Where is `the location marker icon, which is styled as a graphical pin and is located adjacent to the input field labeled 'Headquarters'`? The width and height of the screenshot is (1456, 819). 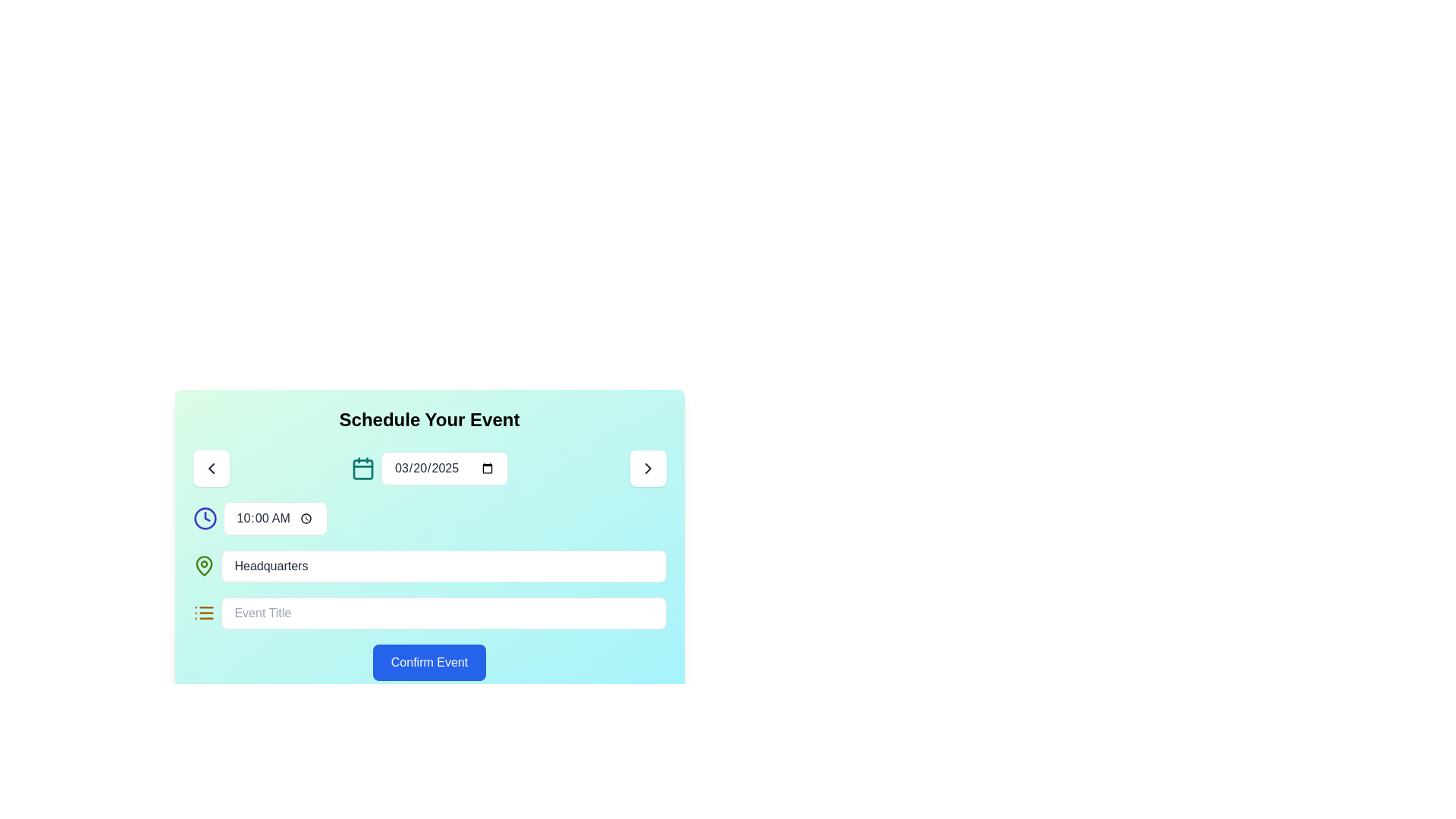
the location marker icon, which is styled as a graphical pin and is located adjacent to the input field labeled 'Headquarters' is located at coordinates (203, 566).